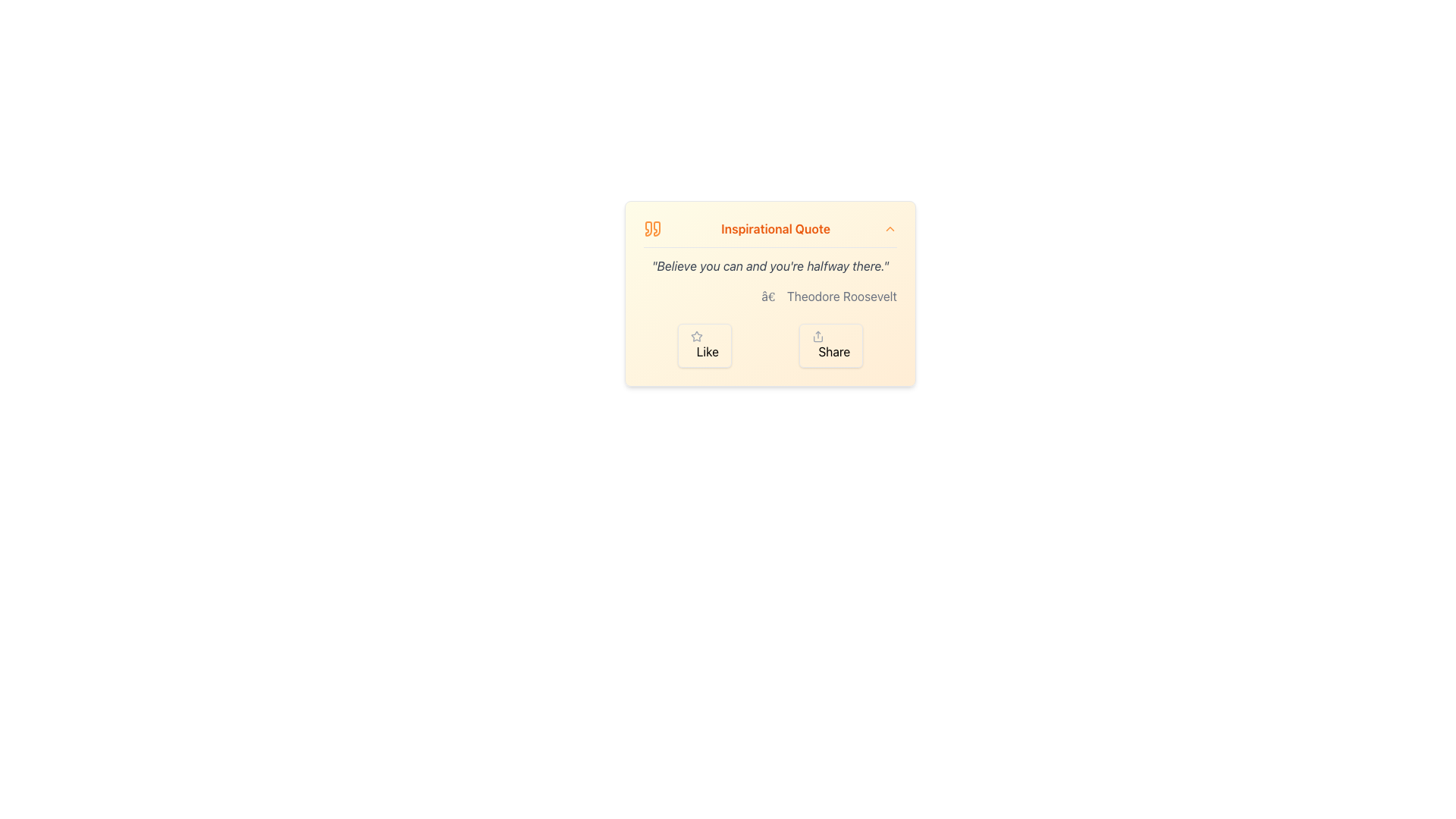 The width and height of the screenshot is (1456, 819). What do you see at coordinates (833, 351) in the screenshot?
I see `the button adjacent to the 'Share' text label` at bounding box center [833, 351].